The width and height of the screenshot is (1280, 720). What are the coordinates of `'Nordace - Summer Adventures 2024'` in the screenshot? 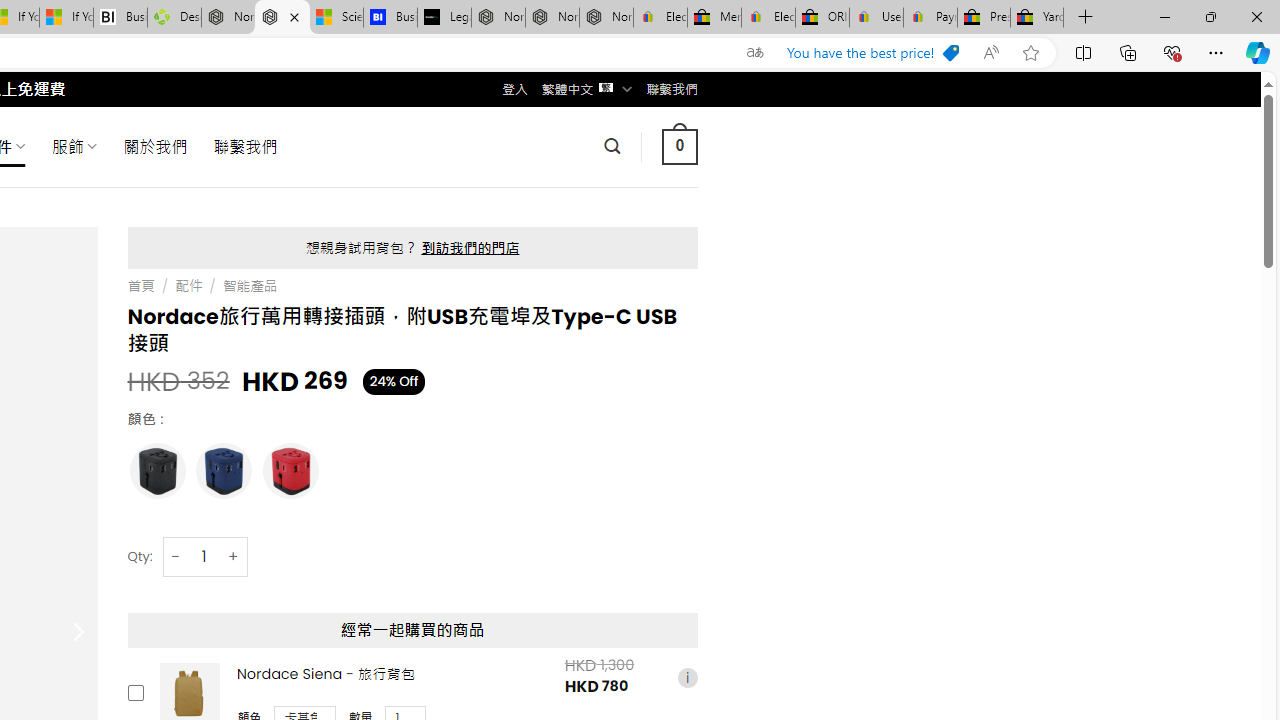 It's located at (228, 17).